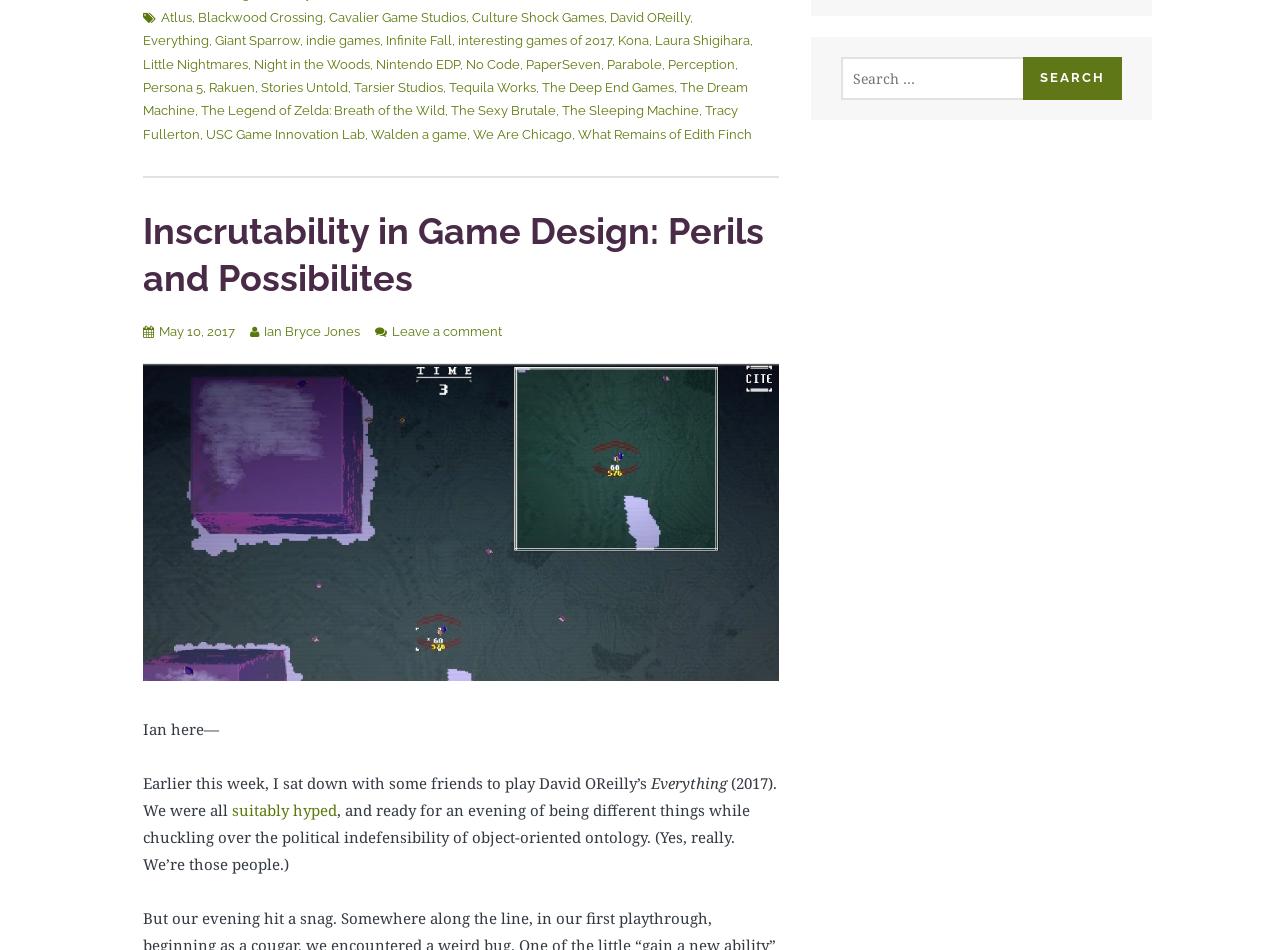  What do you see at coordinates (649, 16) in the screenshot?
I see `'David OReilly'` at bounding box center [649, 16].